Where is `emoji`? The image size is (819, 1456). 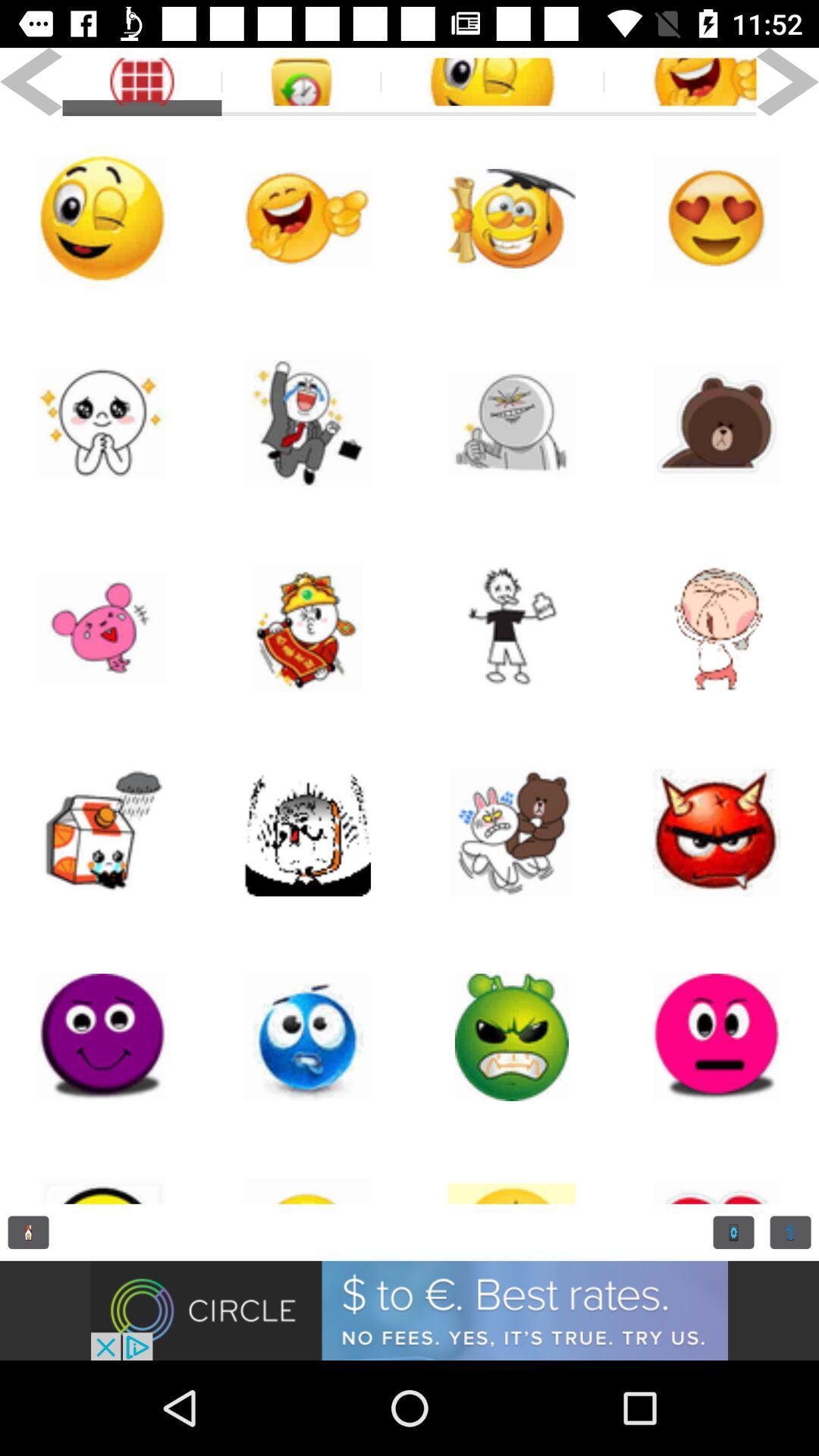 emoji is located at coordinates (512, 1037).